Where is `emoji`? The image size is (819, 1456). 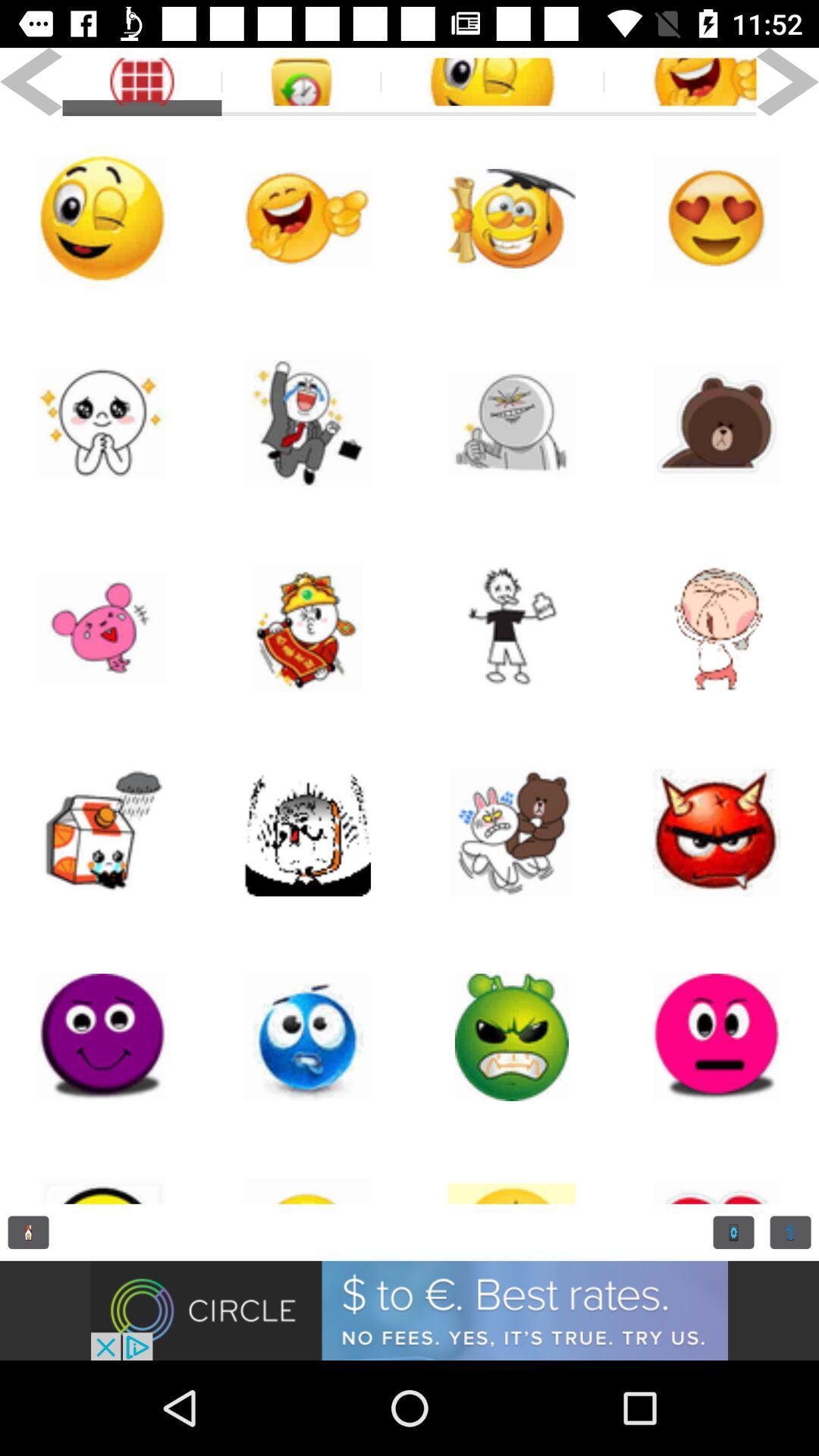 emoji is located at coordinates (512, 1037).